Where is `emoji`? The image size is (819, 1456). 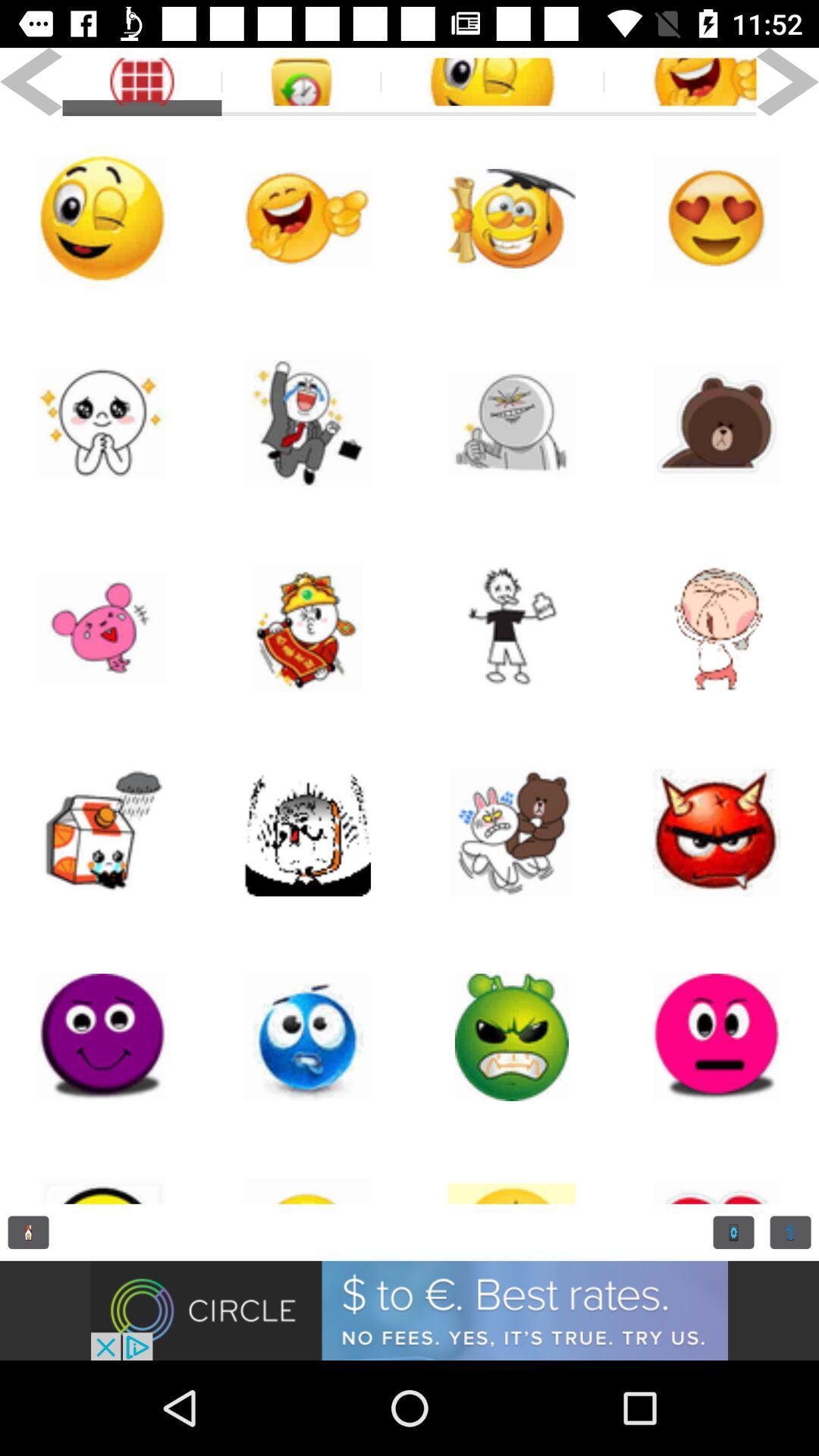 emoji is located at coordinates (512, 1037).